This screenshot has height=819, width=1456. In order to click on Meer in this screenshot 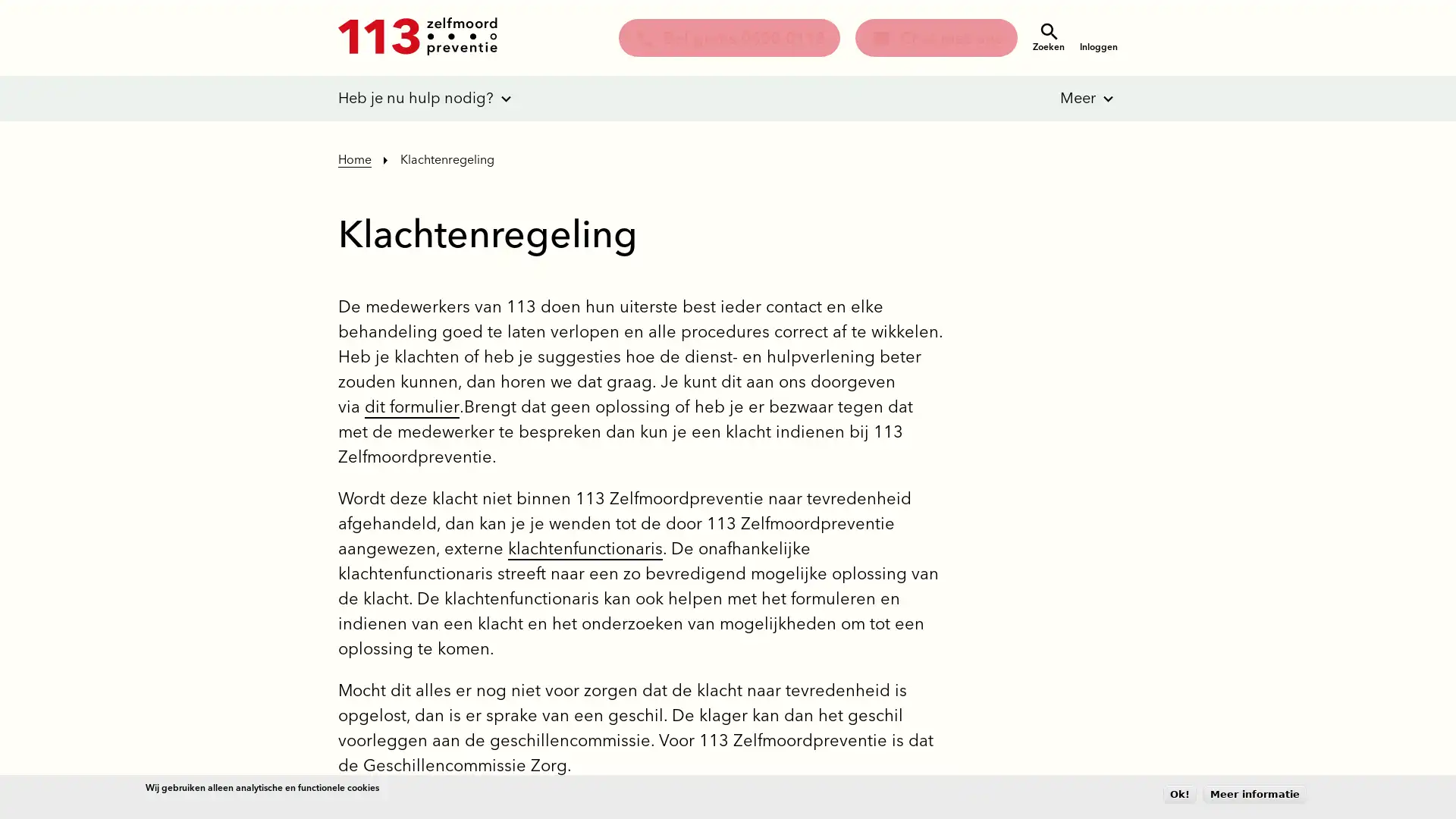, I will do `click(1066, 99)`.